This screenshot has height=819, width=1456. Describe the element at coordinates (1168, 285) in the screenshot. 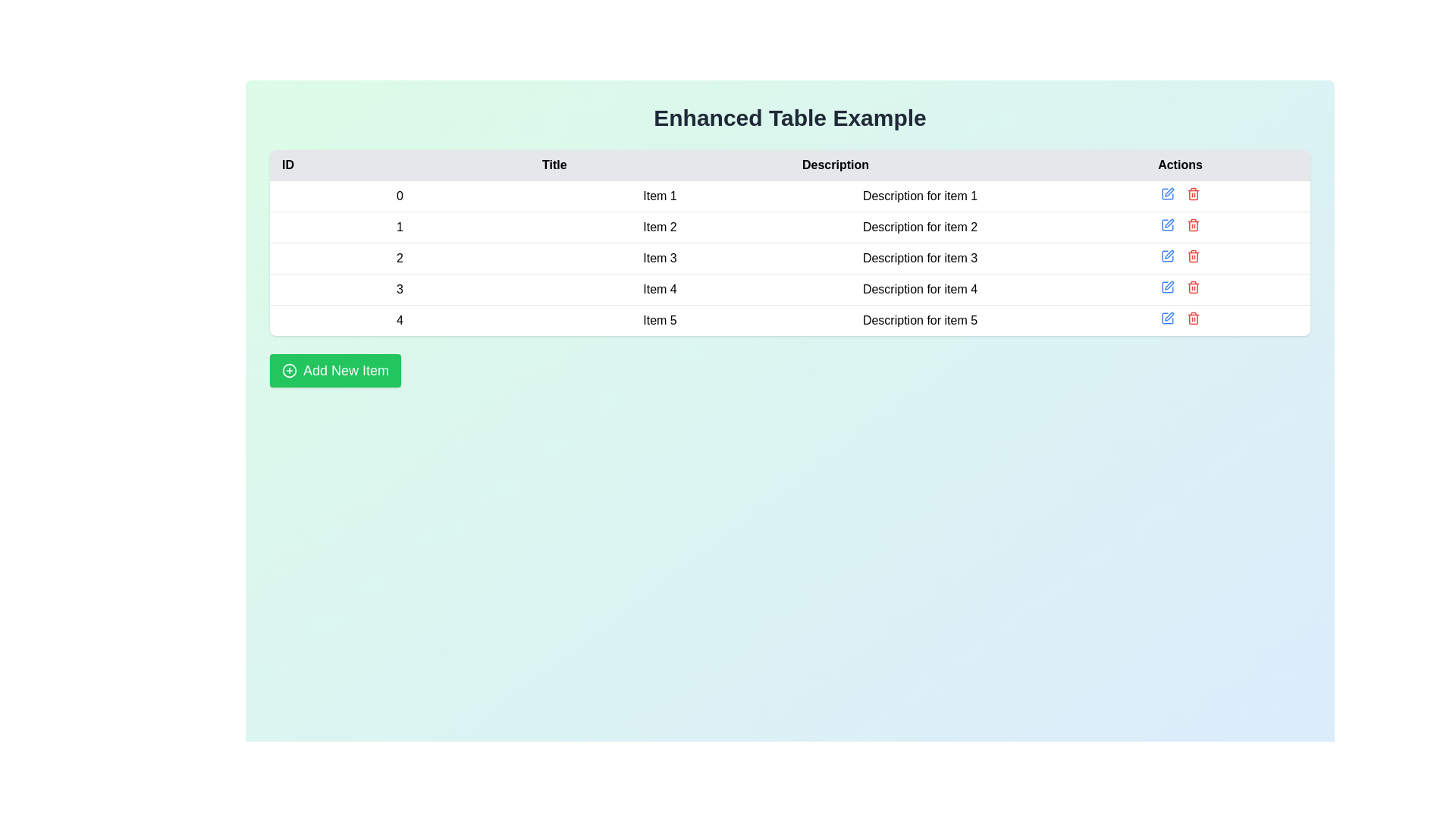

I see `the small pencil icon in the 'Actions' column, fourth row of the table for 'Item 4'` at that location.